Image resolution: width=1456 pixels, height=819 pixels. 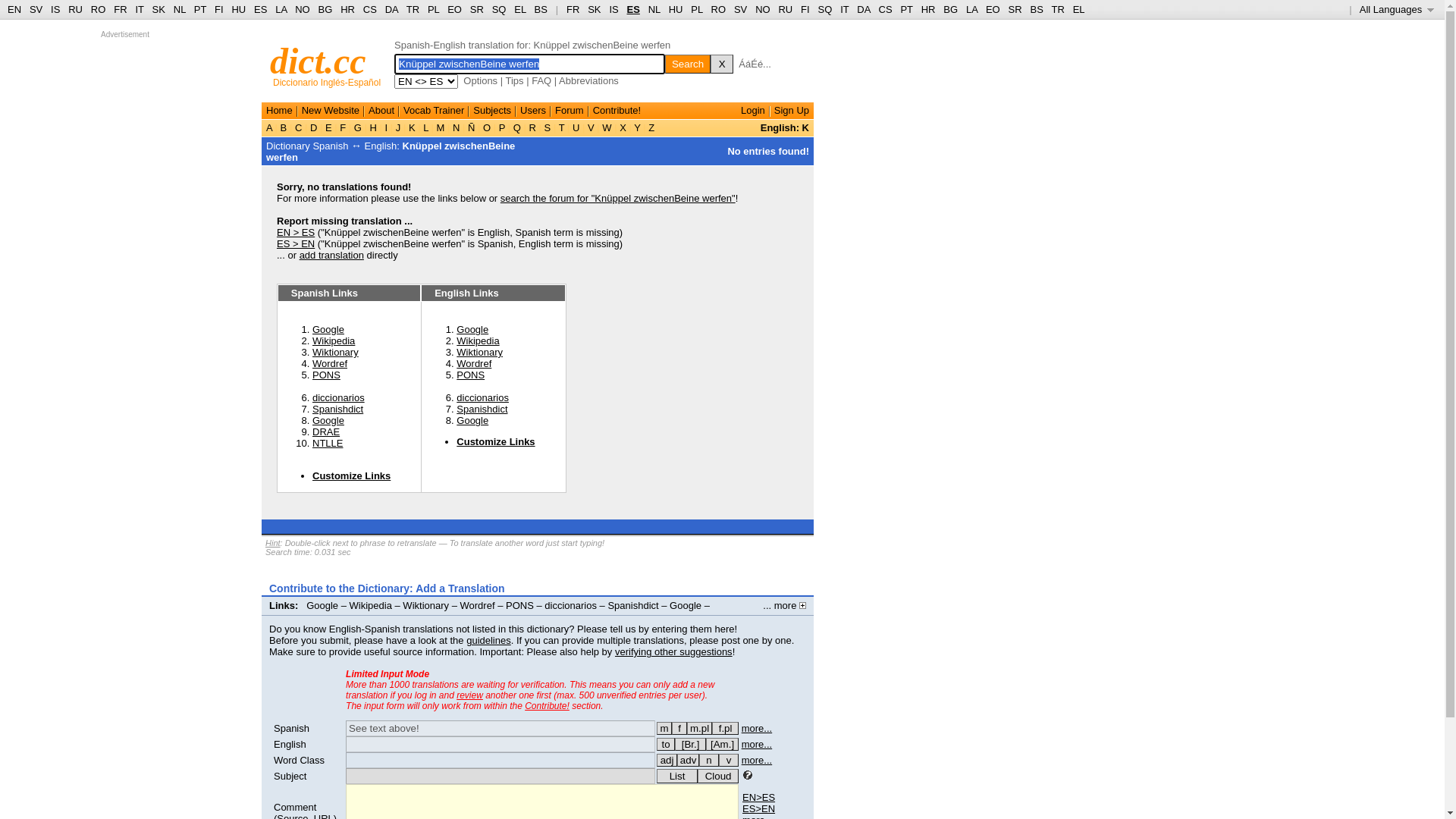 What do you see at coordinates (331, 254) in the screenshot?
I see `'add translation'` at bounding box center [331, 254].